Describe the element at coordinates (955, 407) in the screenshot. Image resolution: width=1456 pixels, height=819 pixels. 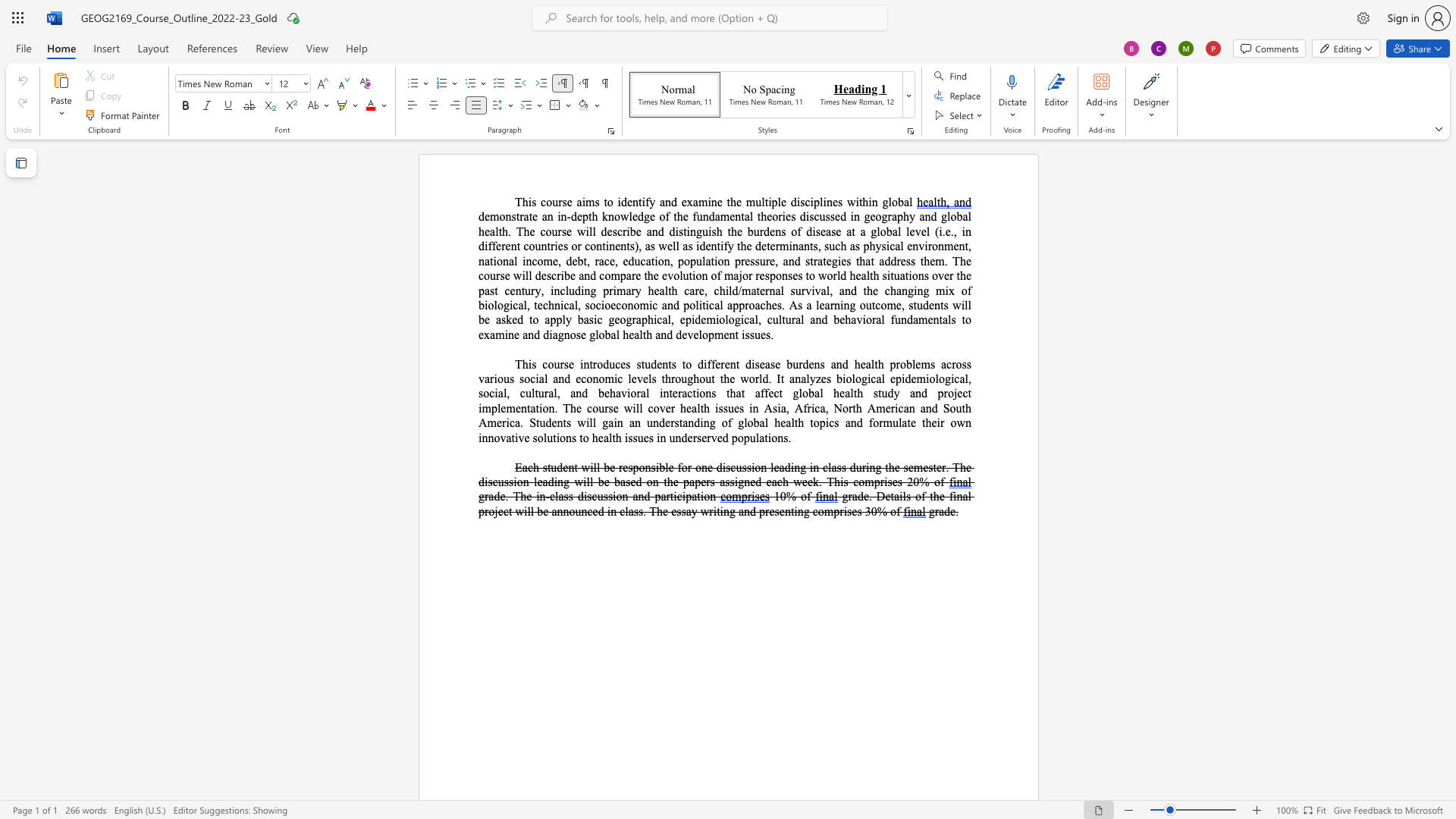
I see `the space between the continuous character "o" and "u" in the text` at that location.